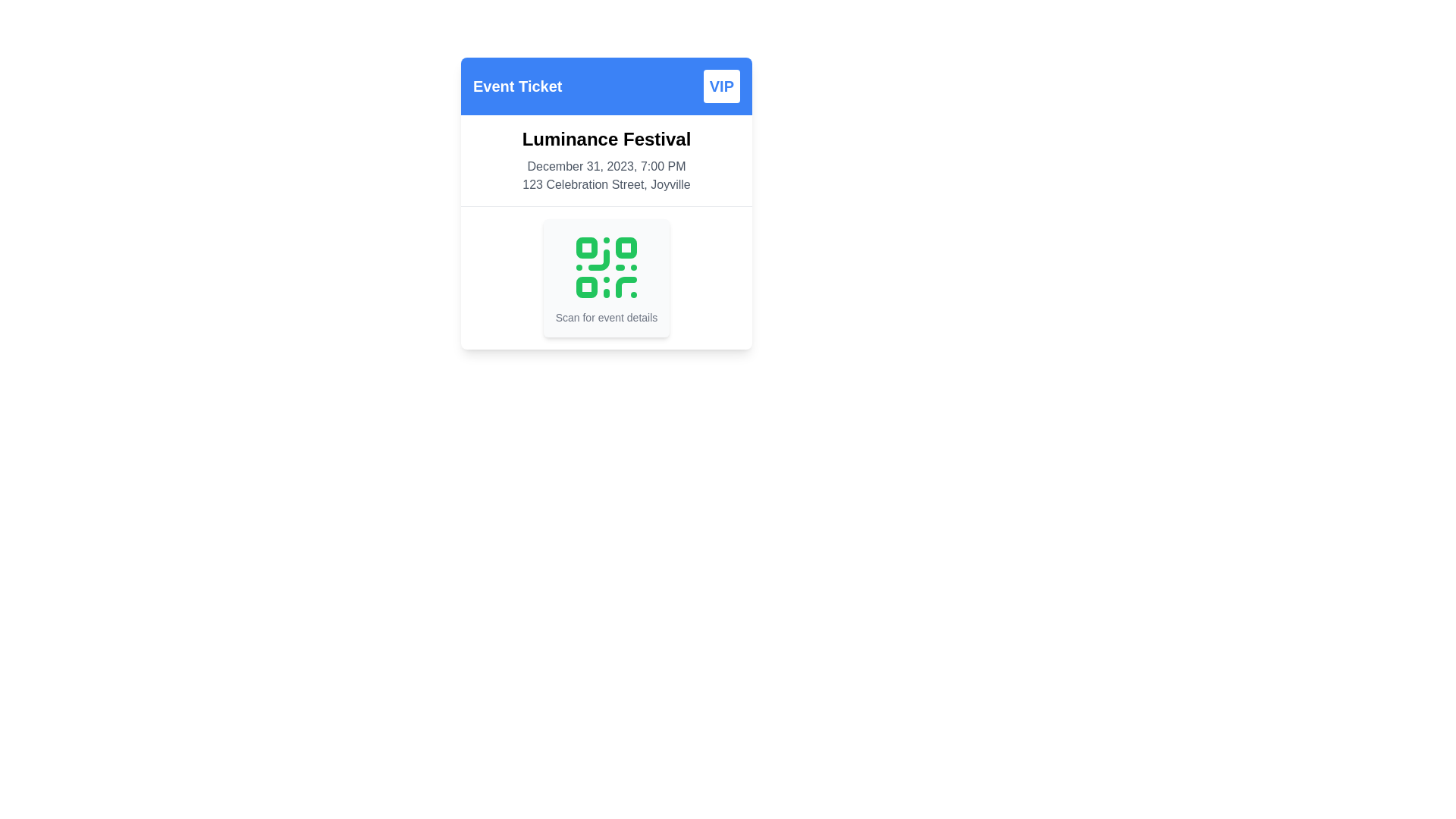 The width and height of the screenshot is (1456, 819). What do you see at coordinates (607, 278) in the screenshot?
I see `the interactive prompt with a QR code located at the bottom section of the white card` at bounding box center [607, 278].